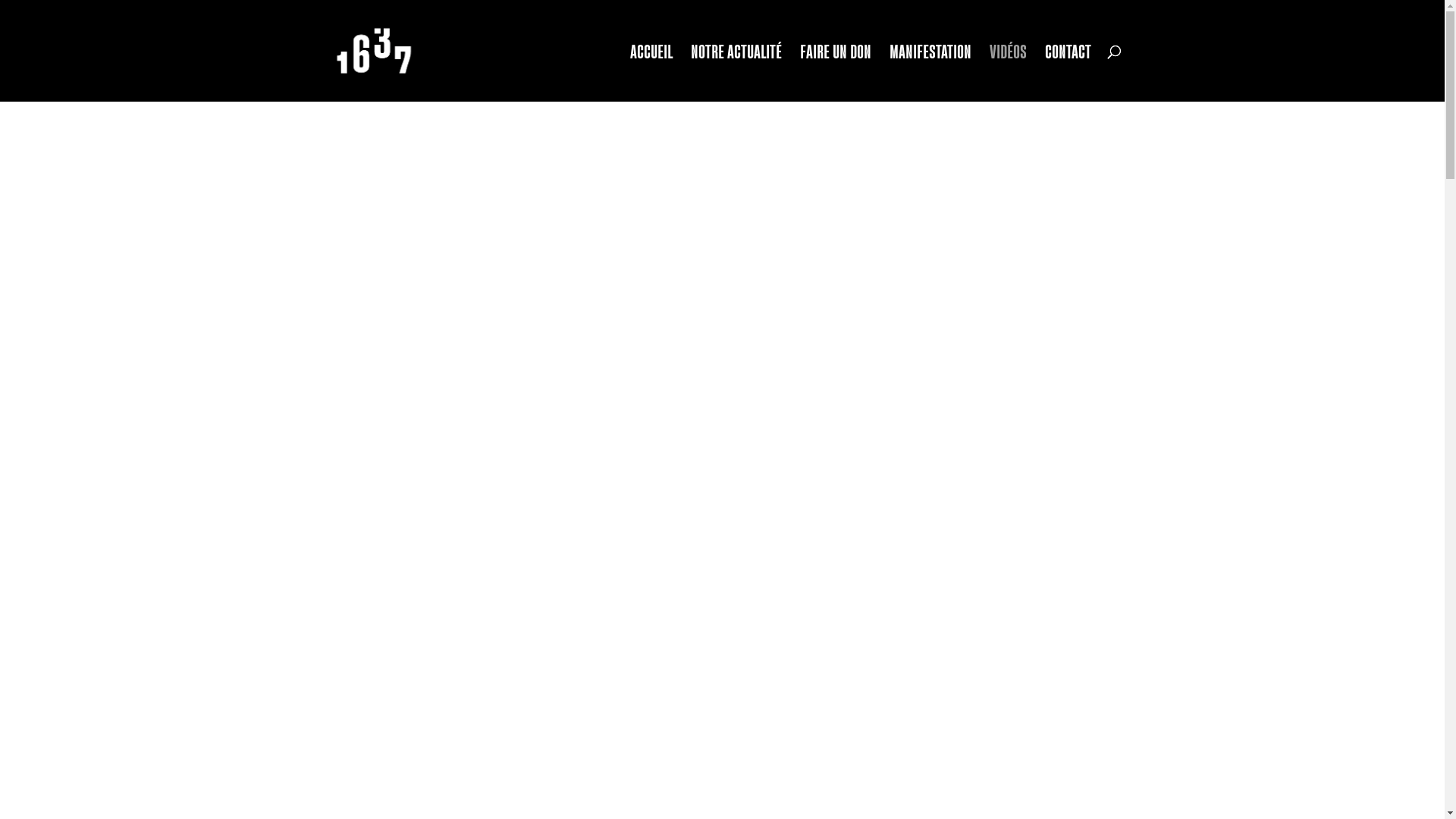 This screenshot has height=819, width=1456. Describe the element at coordinates (835, 73) in the screenshot. I see `'FAIRE UN DON'` at that location.